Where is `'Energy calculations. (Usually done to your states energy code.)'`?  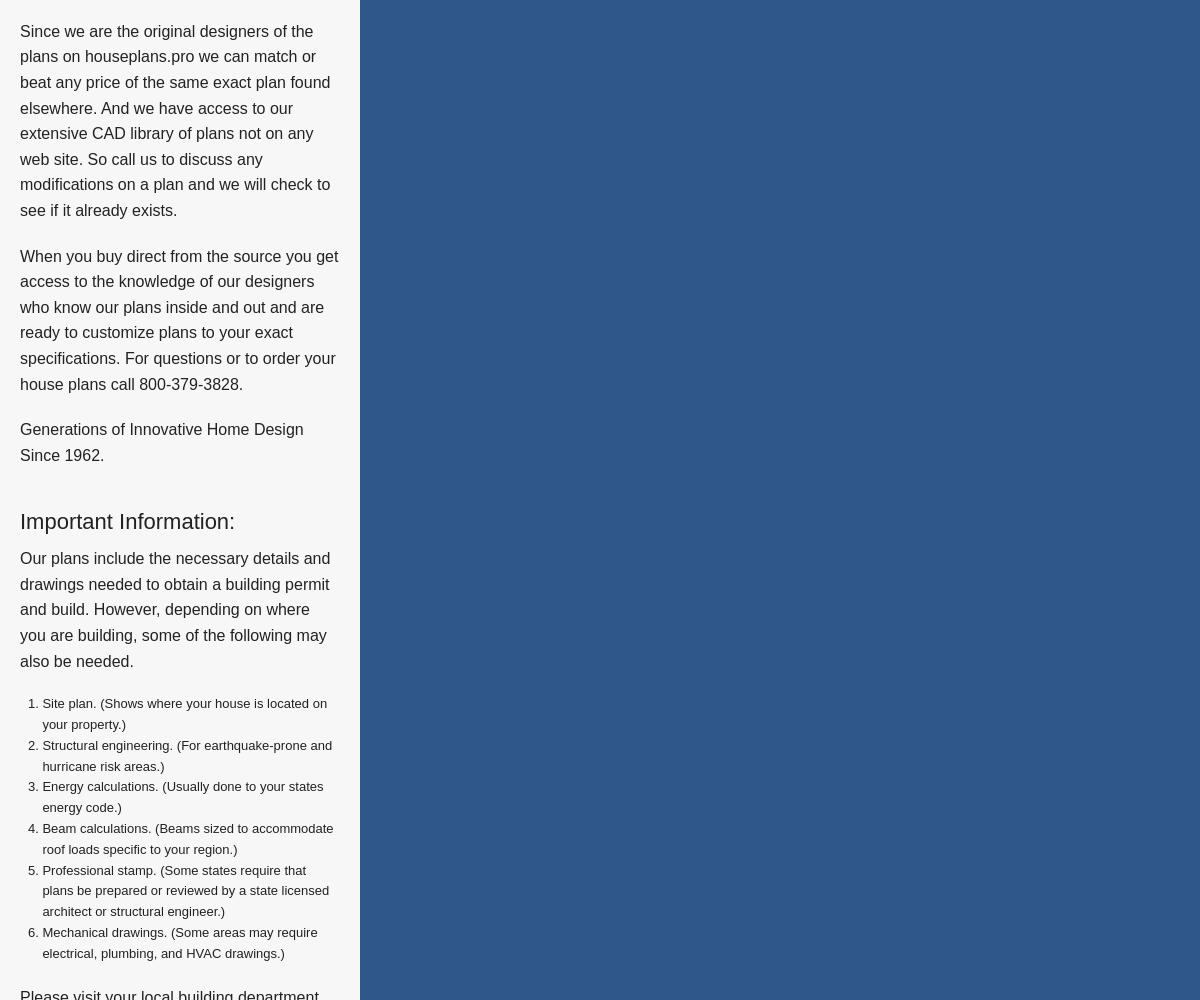
'Energy calculations. (Usually done to your states energy code.)' is located at coordinates (181, 797).